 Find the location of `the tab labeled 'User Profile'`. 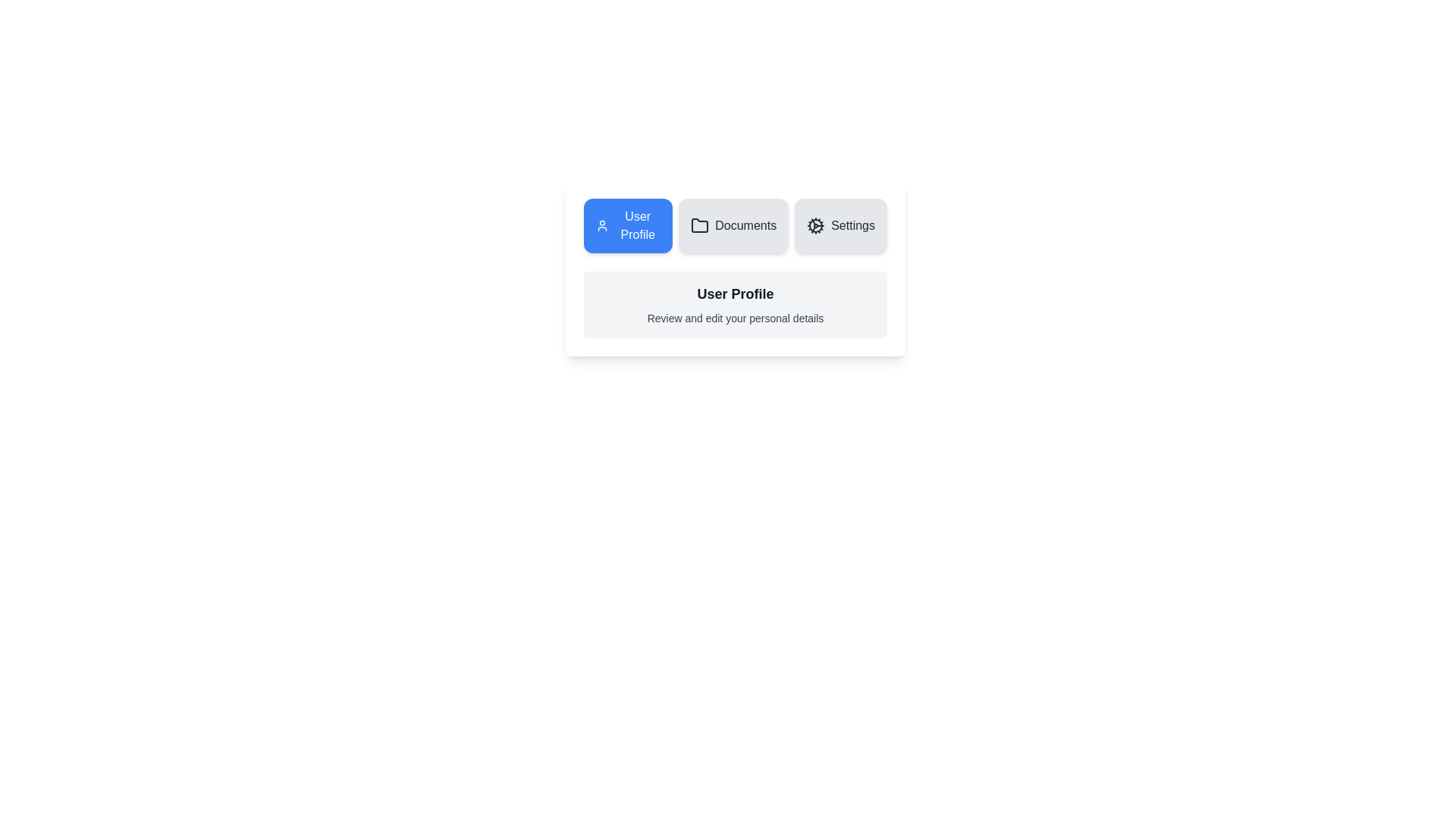

the tab labeled 'User Profile' is located at coordinates (628, 225).